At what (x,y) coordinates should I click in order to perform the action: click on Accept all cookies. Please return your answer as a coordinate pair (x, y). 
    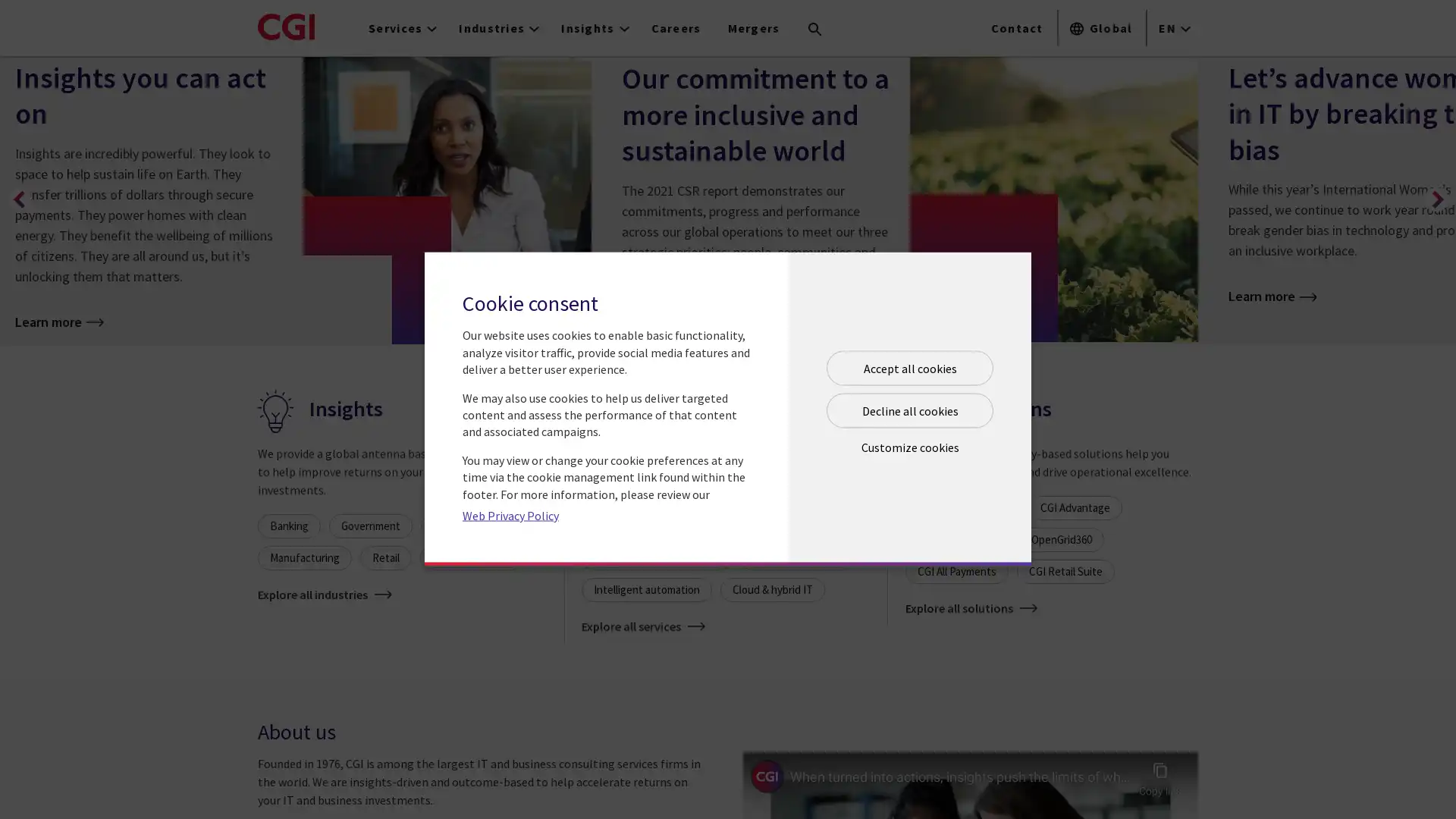
    Looking at the image, I should click on (910, 368).